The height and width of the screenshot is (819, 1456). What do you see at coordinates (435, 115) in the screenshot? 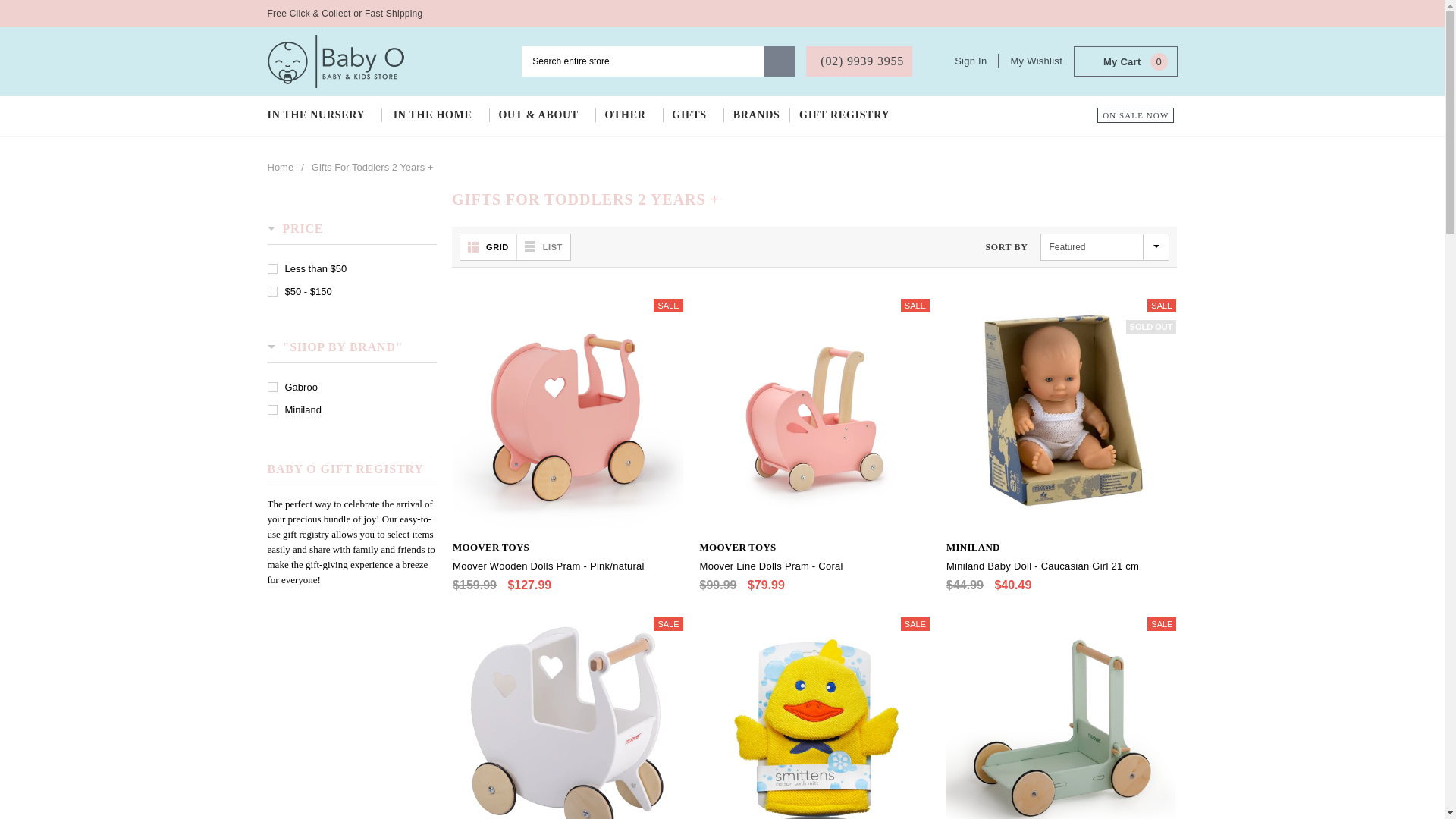
I see `'IN THE HOME'` at bounding box center [435, 115].